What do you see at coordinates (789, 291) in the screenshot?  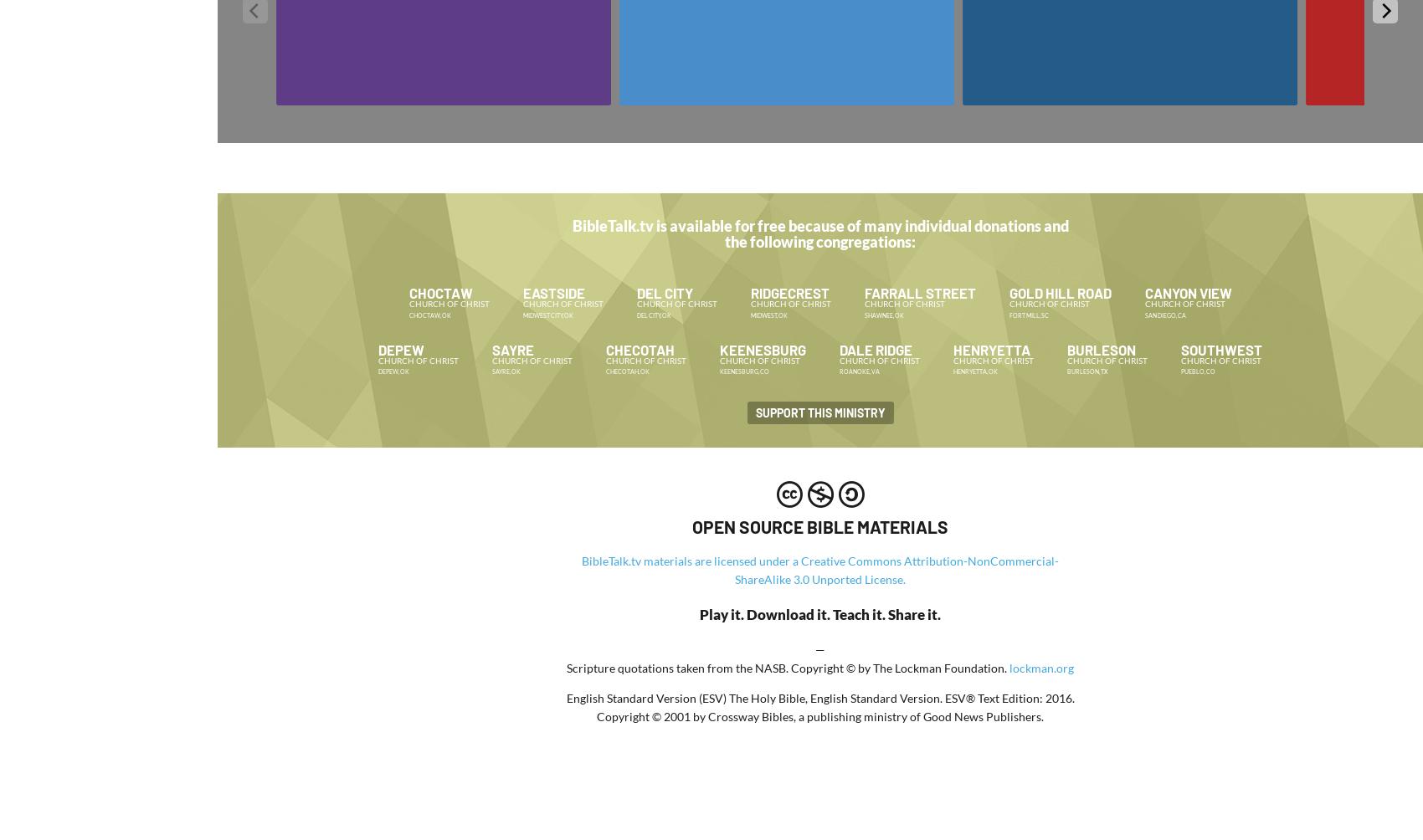 I see `'Ridgecrest'` at bounding box center [789, 291].